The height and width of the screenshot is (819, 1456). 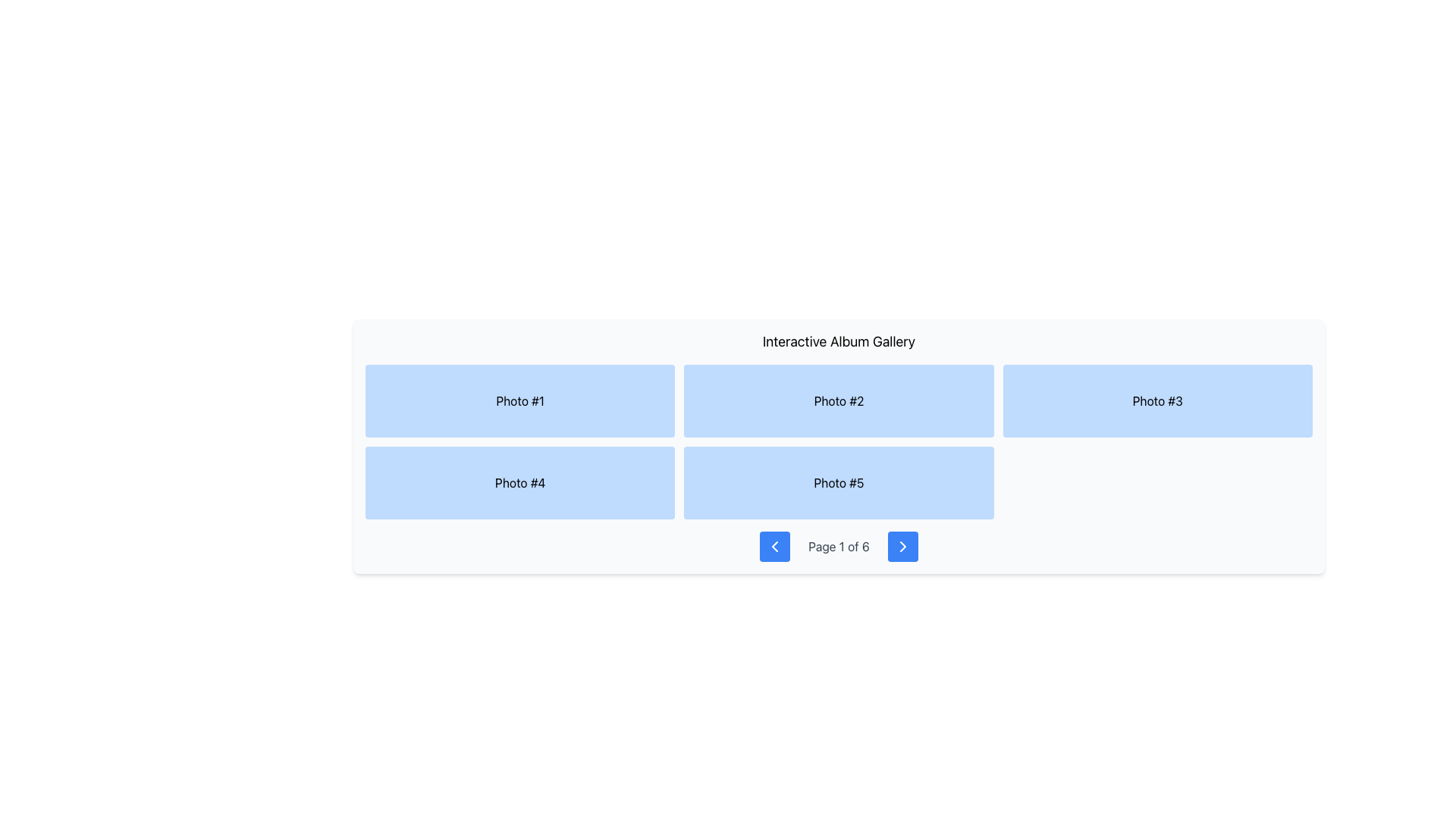 What do you see at coordinates (838, 547) in the screenshot?
I see `the text label displaying 'Page 1 of 6' in a gray font, centrally aligned in the pagination bar below the photo grid` at bounding box center [838, 547].